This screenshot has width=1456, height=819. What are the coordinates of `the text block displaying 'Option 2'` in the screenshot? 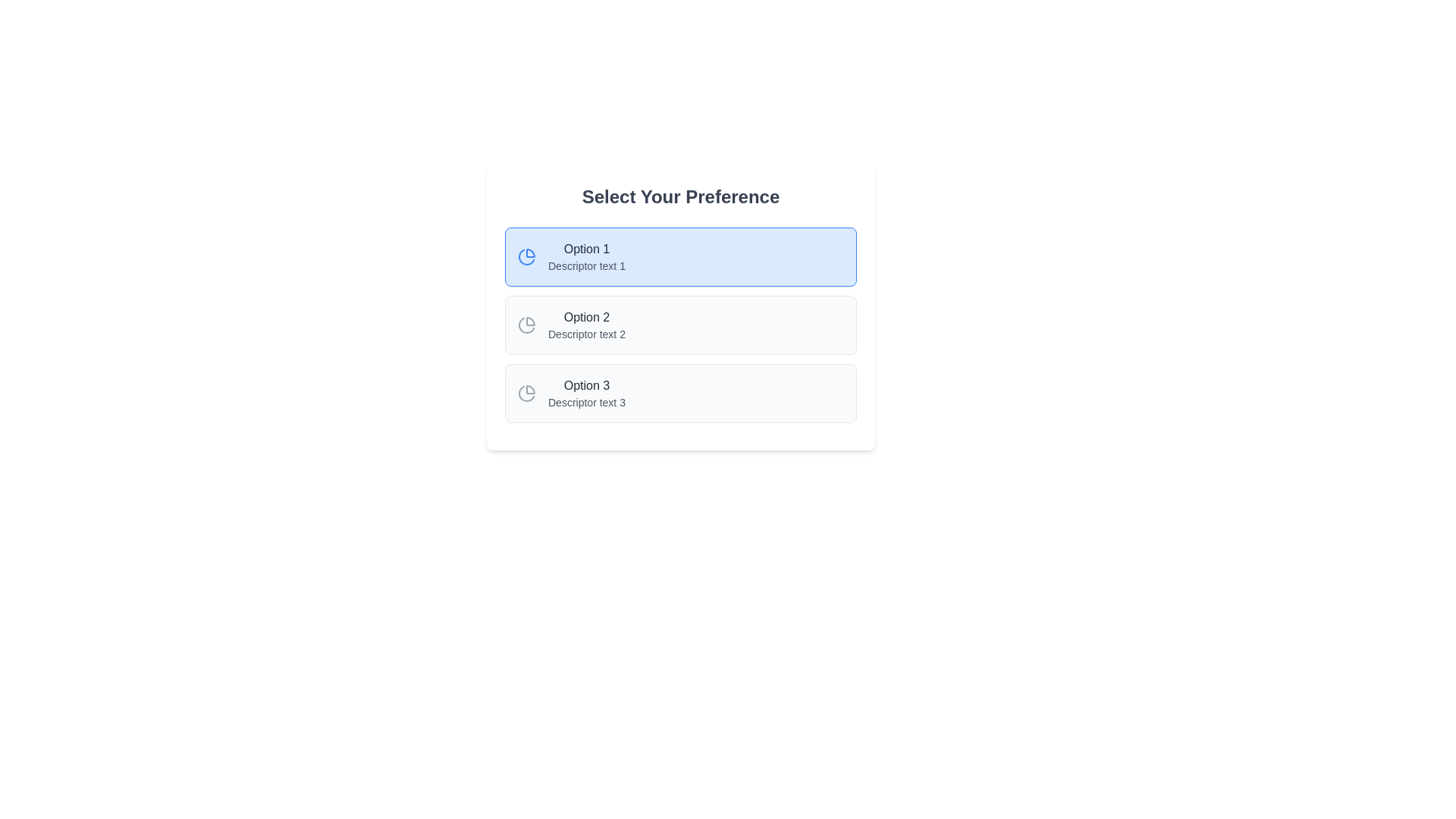 It's located at (585, 324).